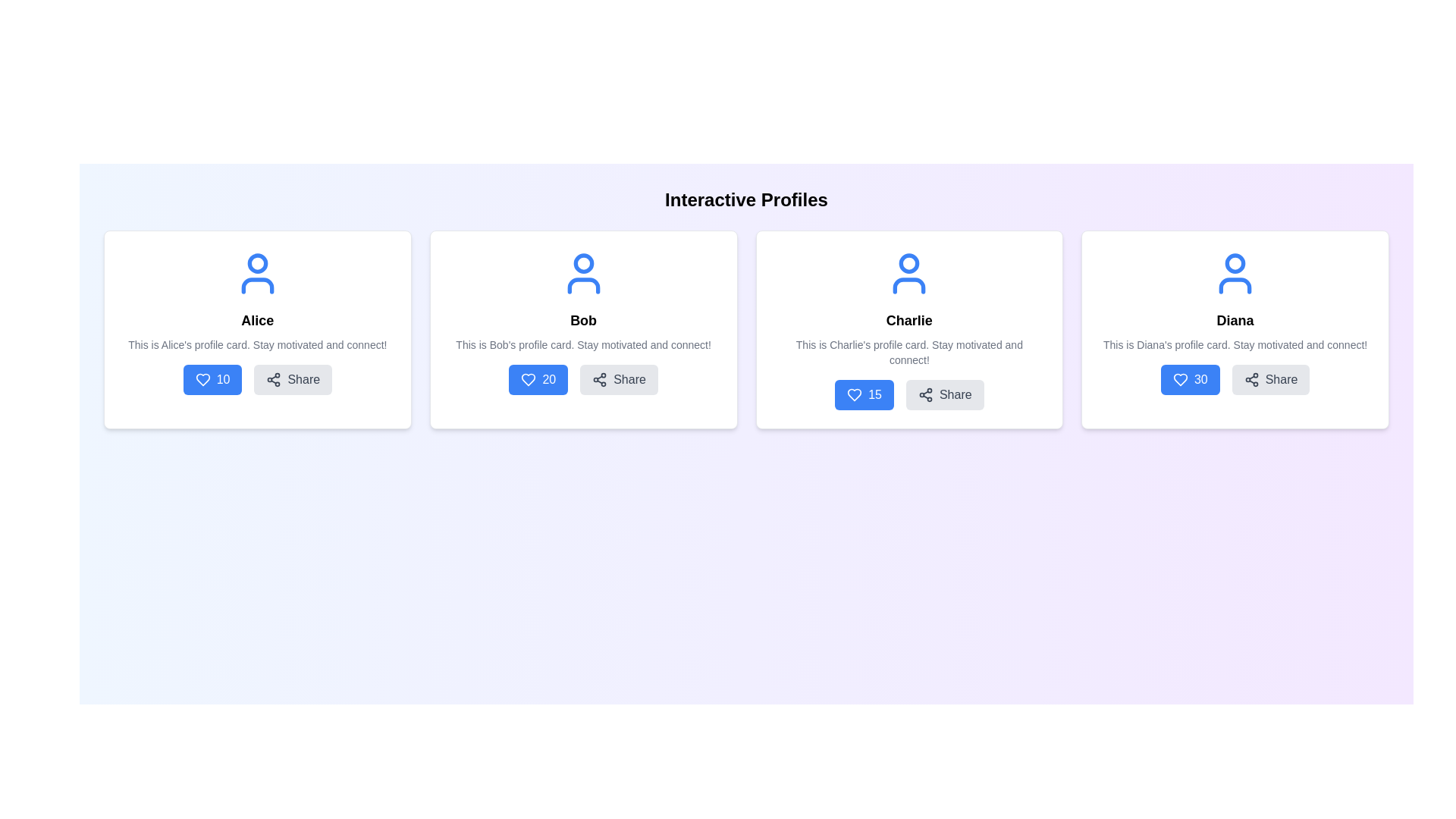  What do you see at coordinates (909, 394) in the screenshot?
I see `the 'Share' button with a light gray background and rounded corners located in the 'Charlie' profile card, positioned to the right of the '15' heart button` at bounding box center [909, 394].